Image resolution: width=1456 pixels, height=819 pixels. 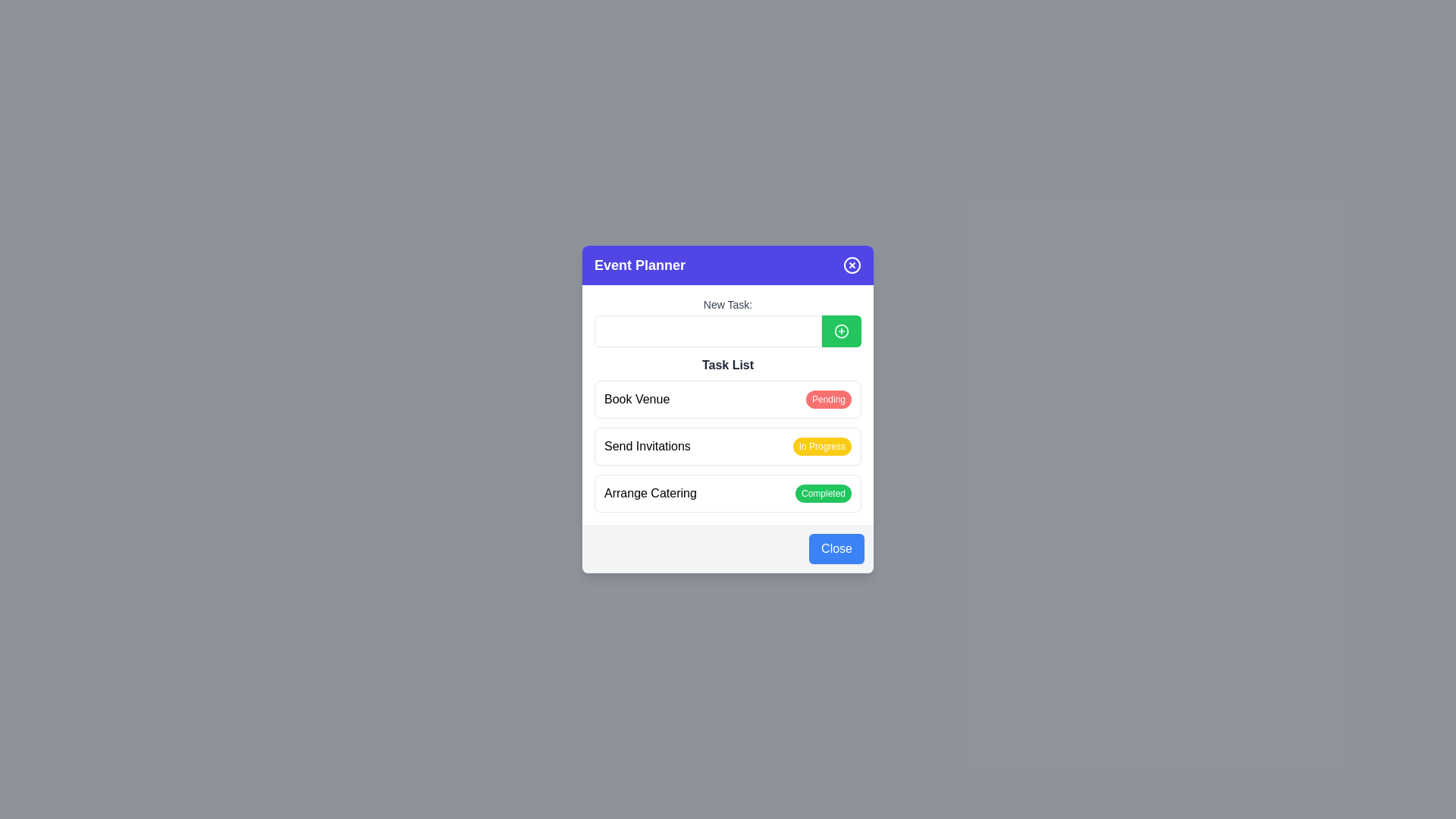 I want to click on header text that serves as the title for the modal or overlay window, positioned on the left side of the purple header section, so click(x=640, y=265).